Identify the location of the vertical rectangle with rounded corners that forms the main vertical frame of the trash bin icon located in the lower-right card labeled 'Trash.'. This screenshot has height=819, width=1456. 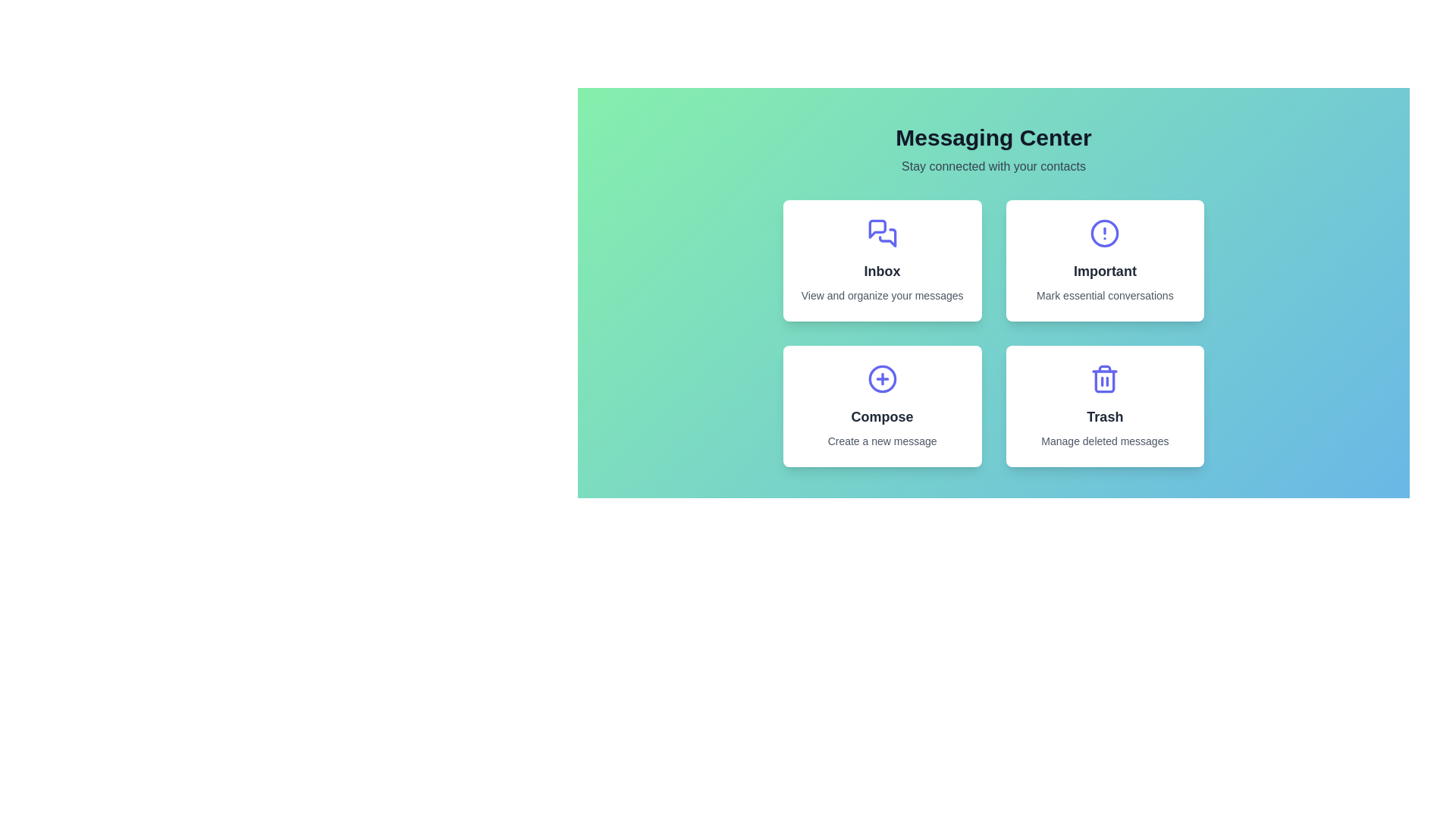
(1105, 381).